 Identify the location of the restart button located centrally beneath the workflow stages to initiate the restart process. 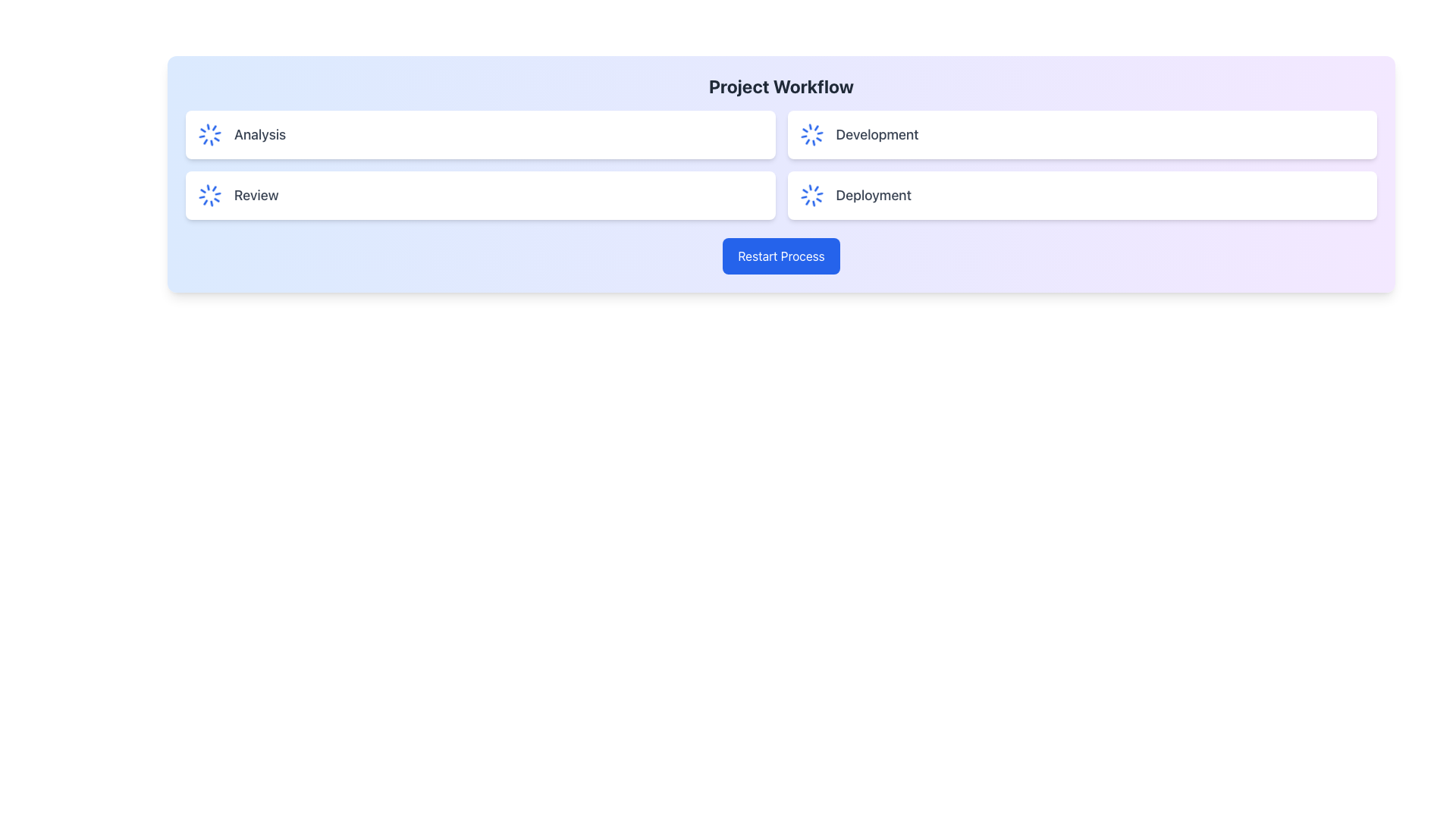
(781, 256).